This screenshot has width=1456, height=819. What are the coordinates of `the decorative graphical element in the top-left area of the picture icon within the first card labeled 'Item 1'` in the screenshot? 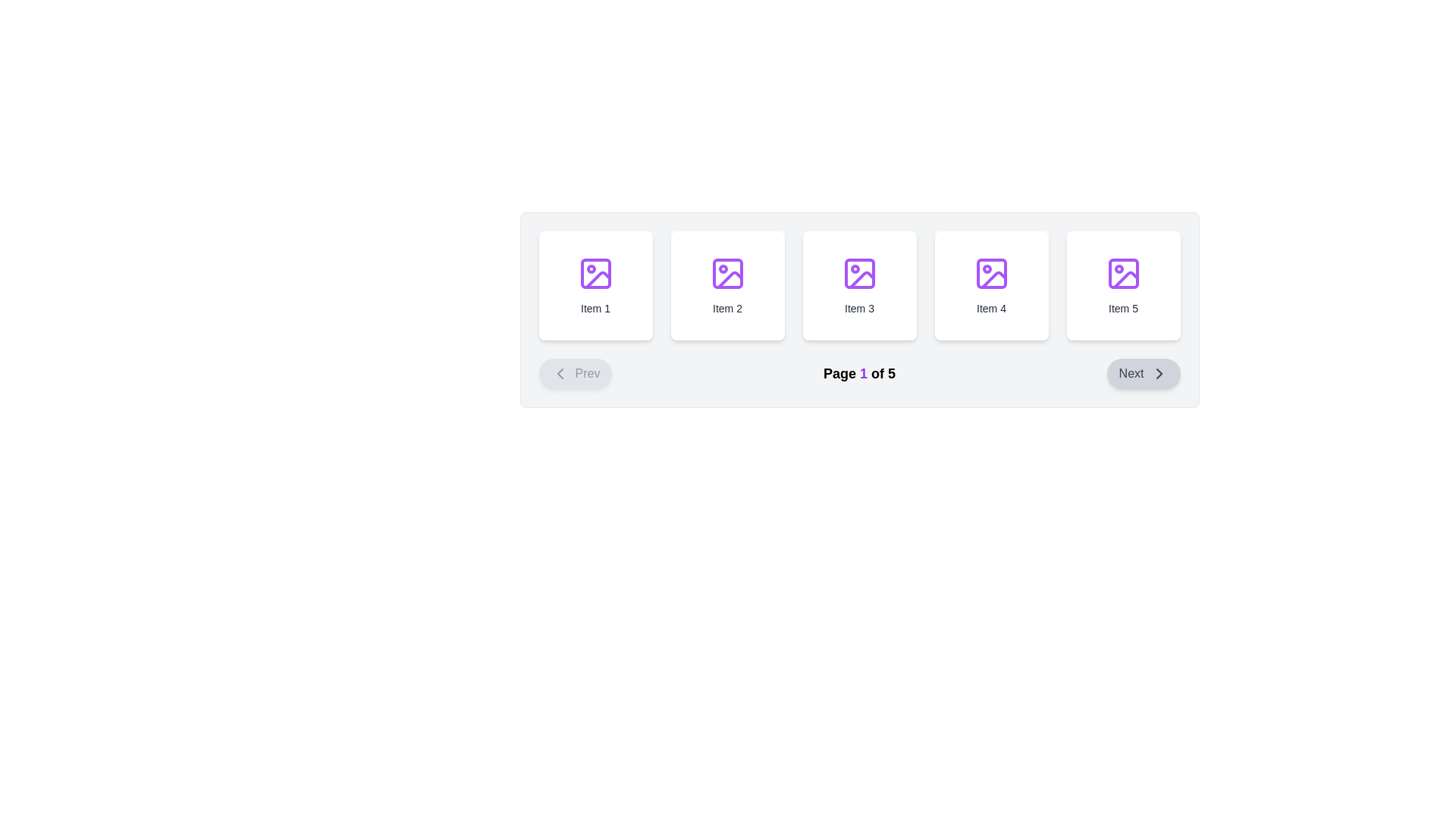 It's located at (595, 274).